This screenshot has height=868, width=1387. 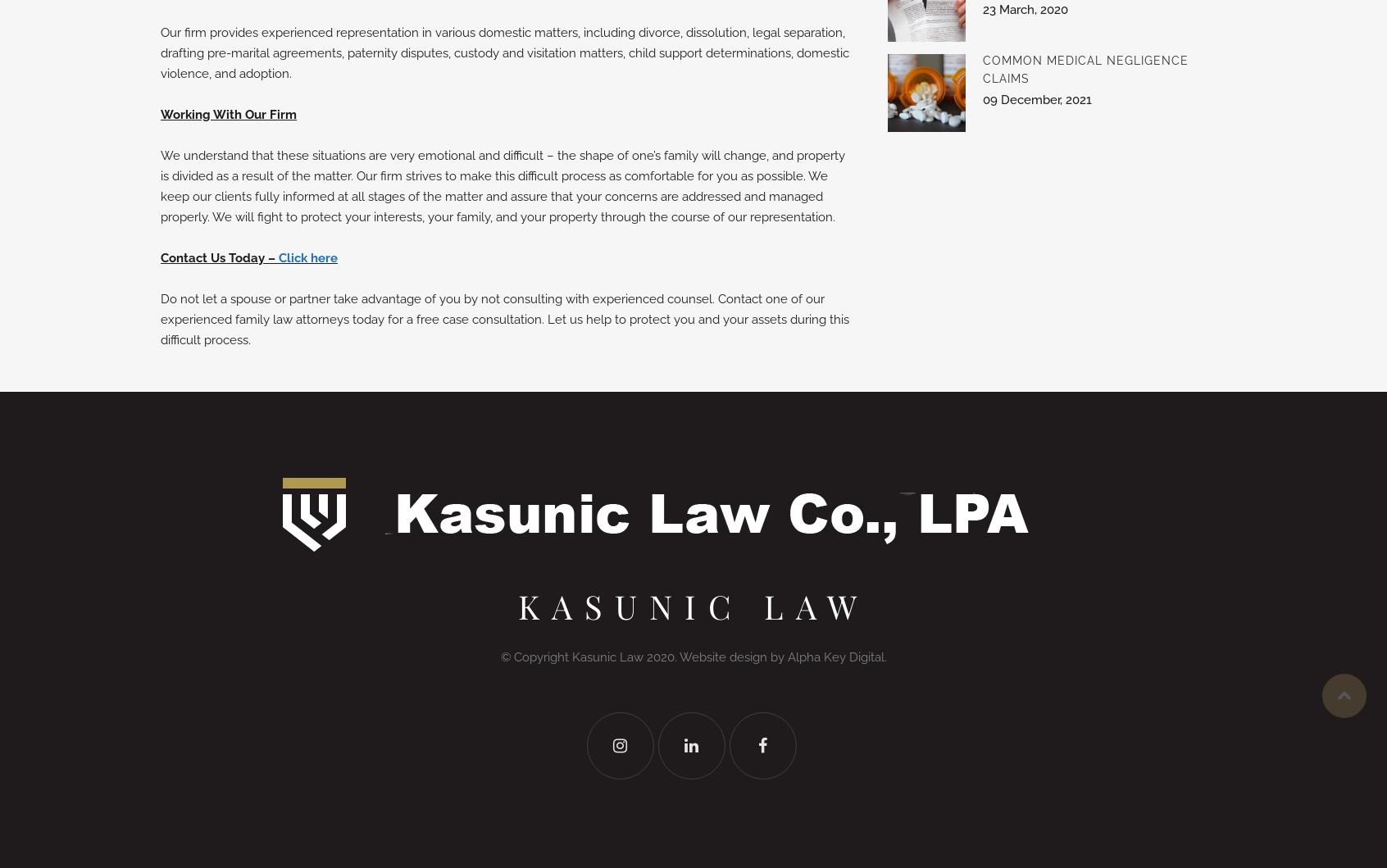 I want to click on 'Do not let a spouse or partner take advantage of you by not consulting with experienced counsel. Contact one of our experienced family law attorneys today for a free case consultation. Let us help to protect you and your assets during this difficult process.', so click(x=159, y=319).